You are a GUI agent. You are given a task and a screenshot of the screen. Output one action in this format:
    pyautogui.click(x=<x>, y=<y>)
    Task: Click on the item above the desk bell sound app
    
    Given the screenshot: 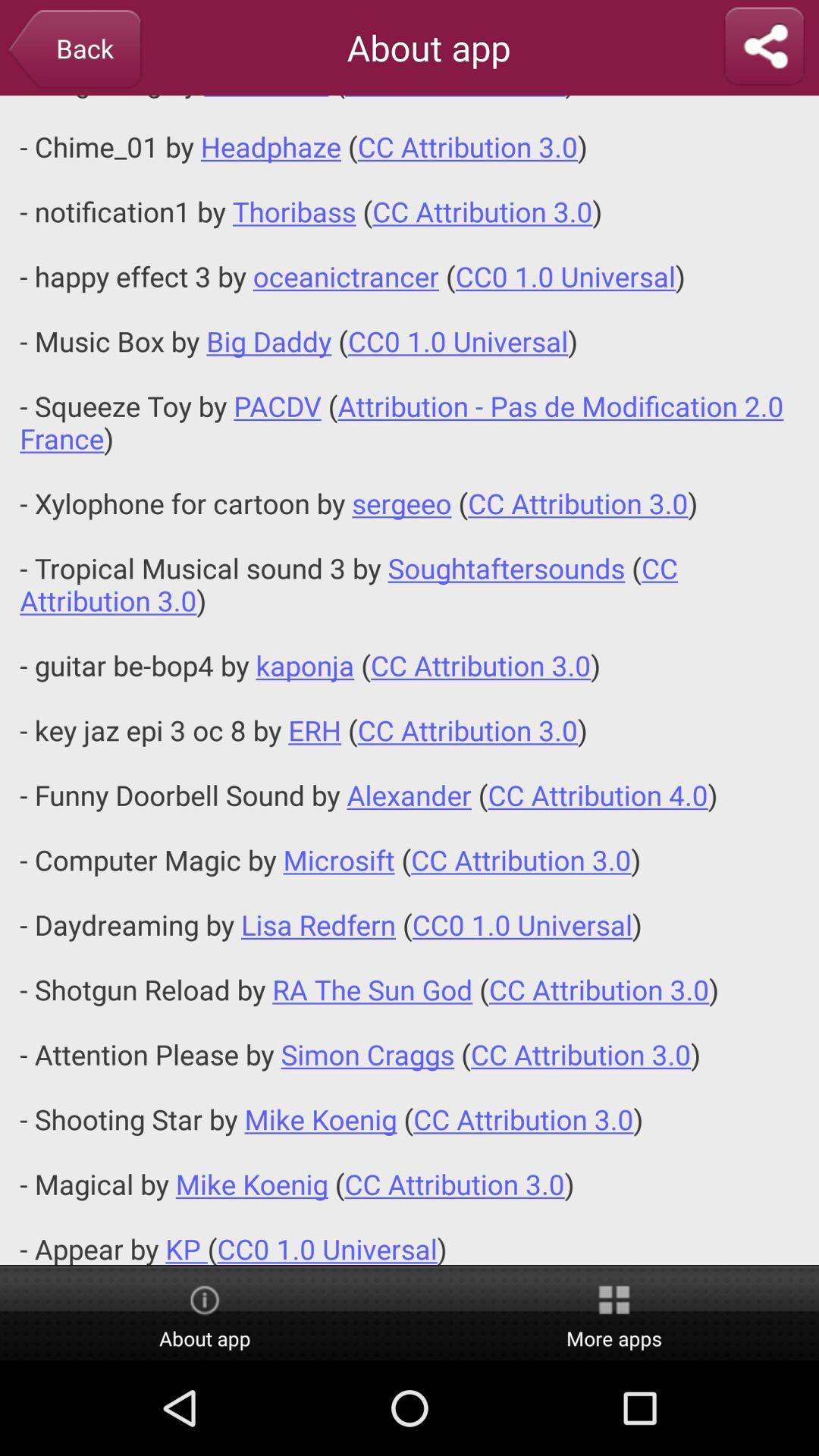 What is the action you would take?
    pyautogui.click(x=764, y=47)
    